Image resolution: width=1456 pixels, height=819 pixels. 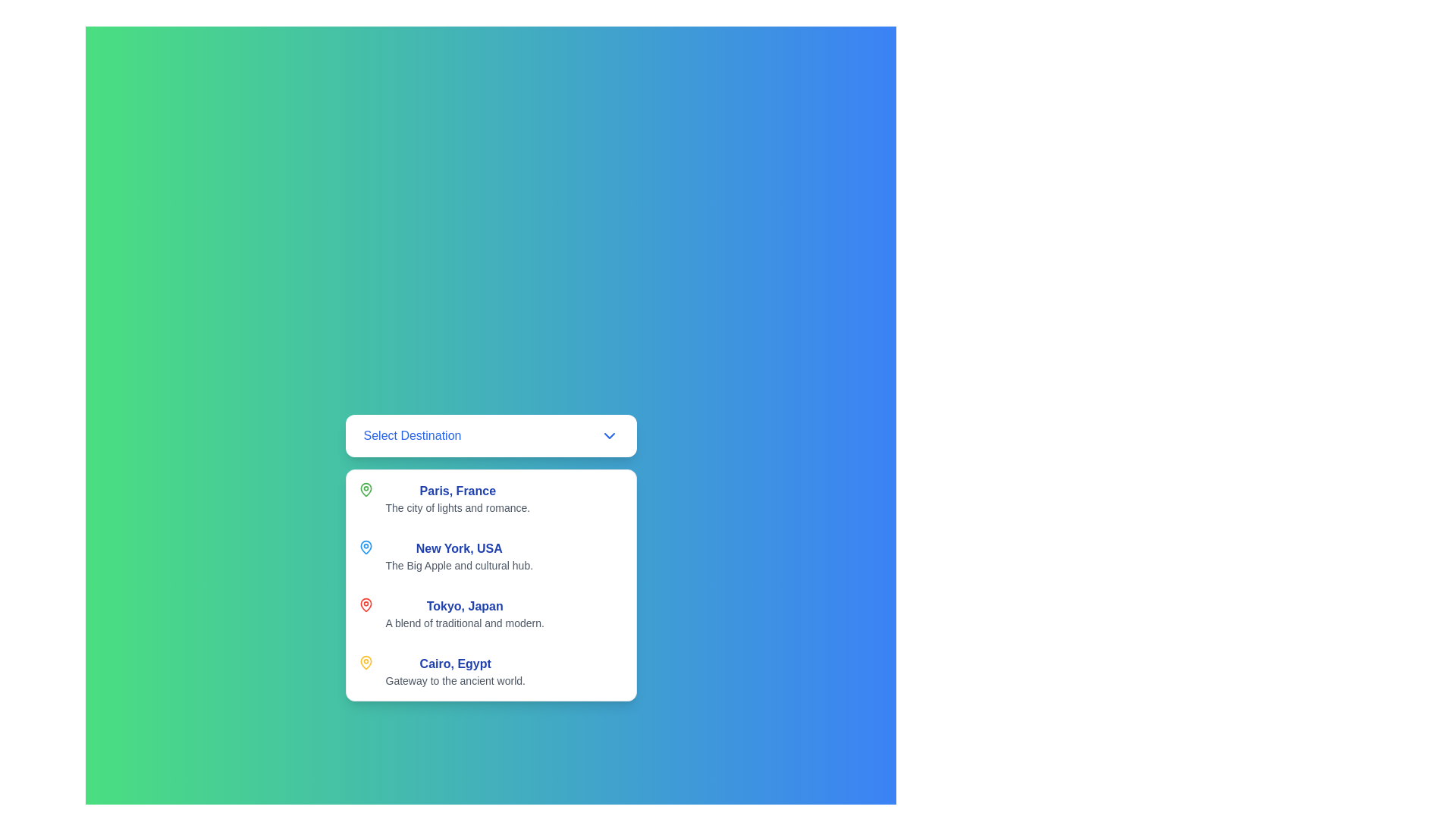 I want to click on the selectable list item for 'New York, USA' in the location selection dropdown, so click(x=491, y=556).